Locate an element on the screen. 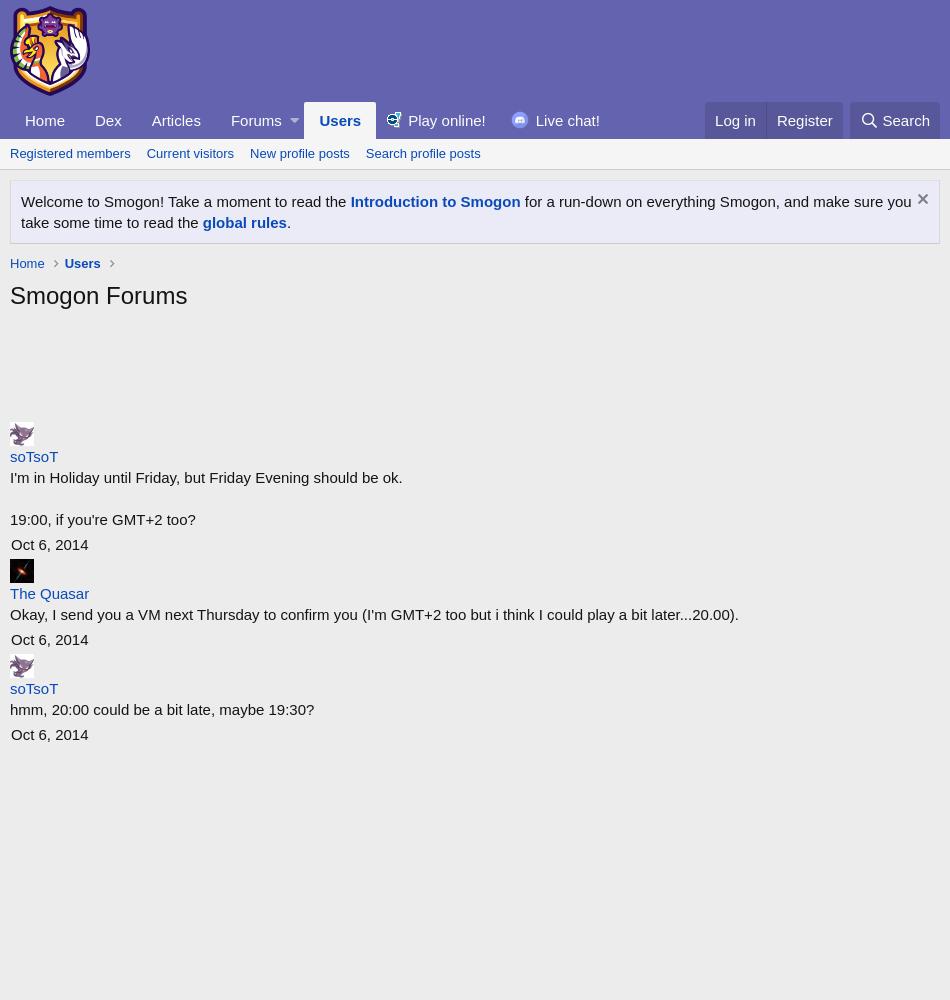 Image resolution: width=950 pixels, height=1000 pixels. 'Welcome to Smogon! Take a moment to read the' is located at coordinates (20, 200).